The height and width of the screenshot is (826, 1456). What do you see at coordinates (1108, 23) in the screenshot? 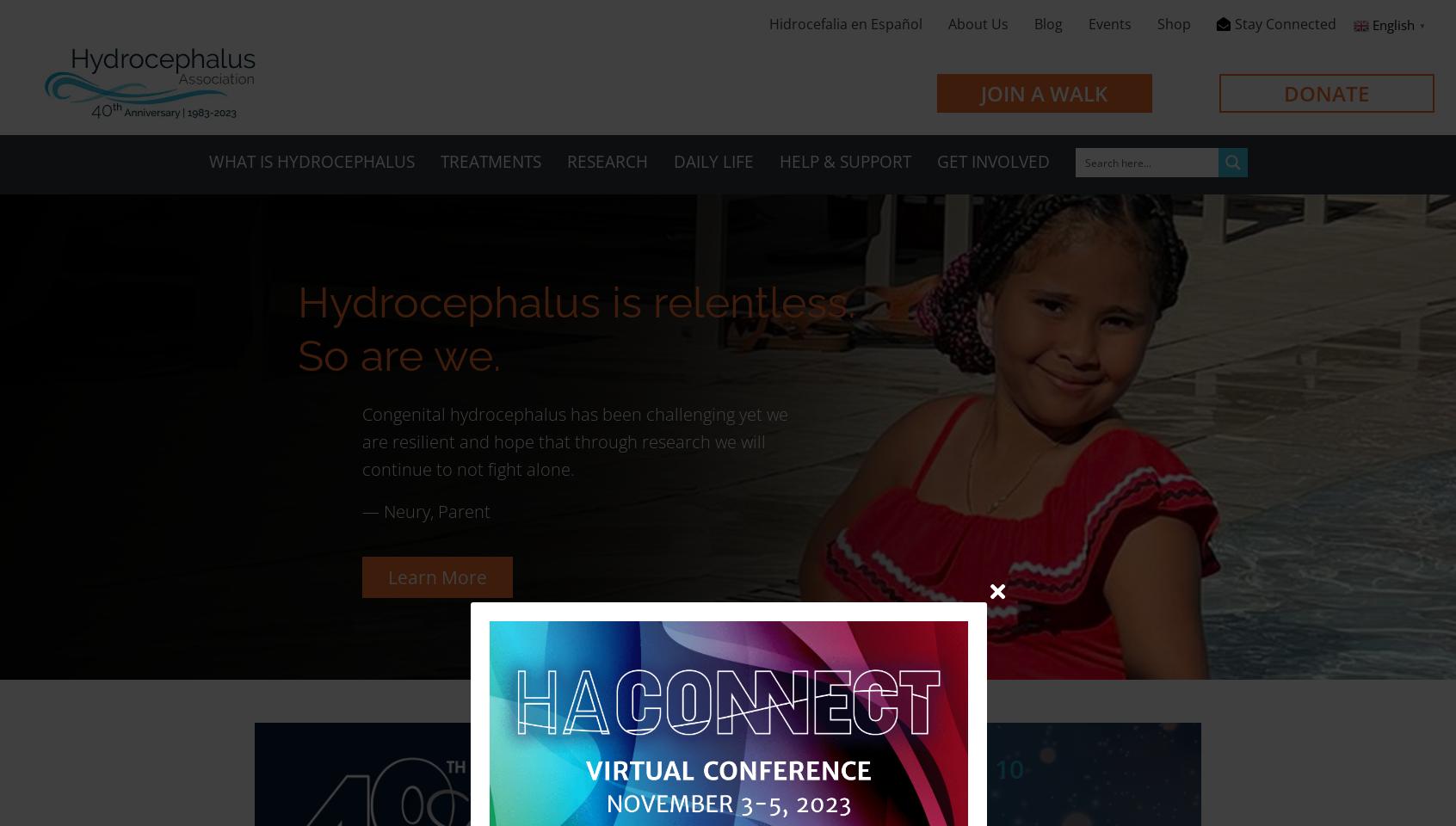
I see `'Events'` at bounding box center [1108, 23].